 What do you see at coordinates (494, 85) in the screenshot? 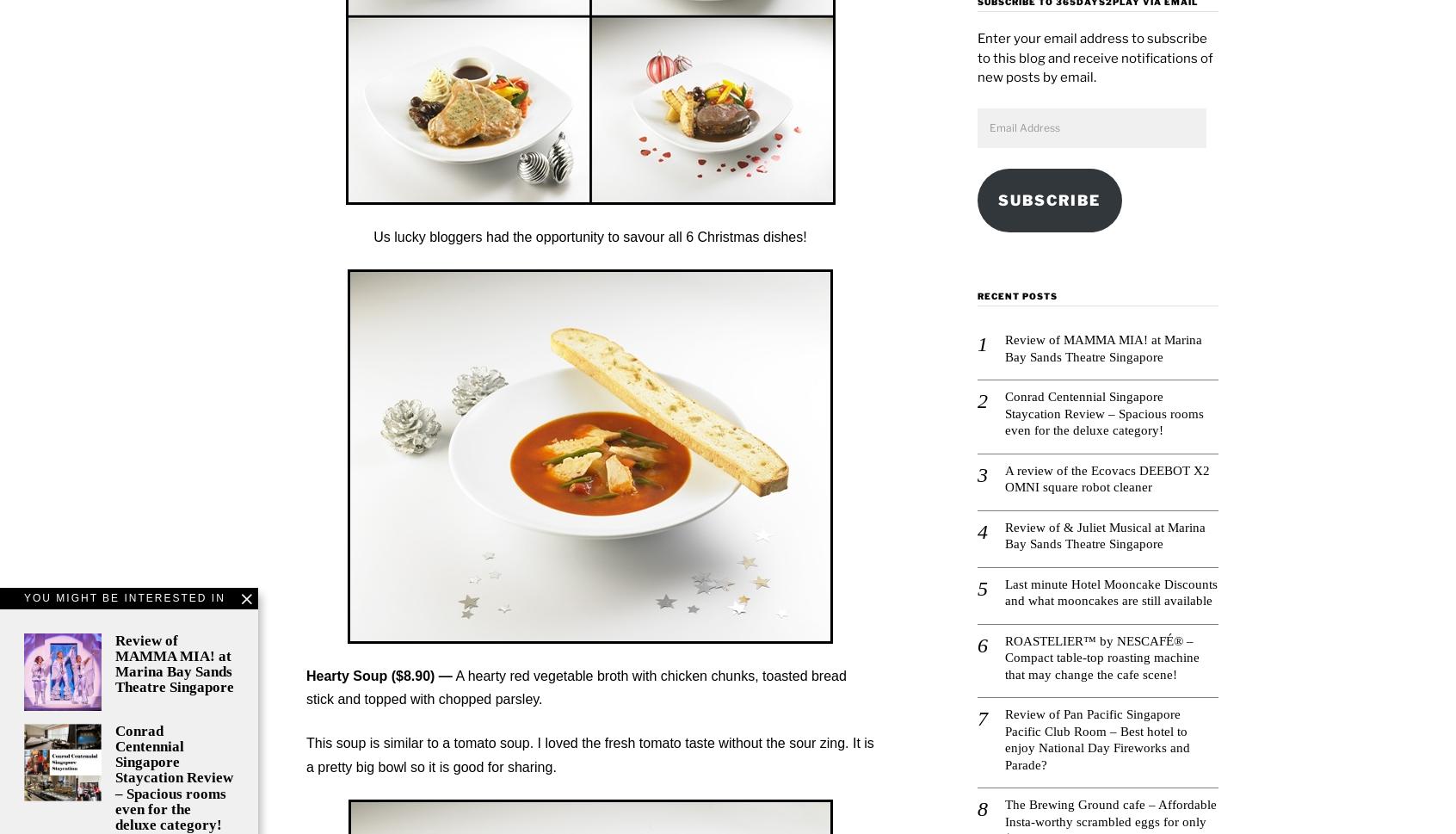
I see `'Cart'` at bounding box center [494, 85].